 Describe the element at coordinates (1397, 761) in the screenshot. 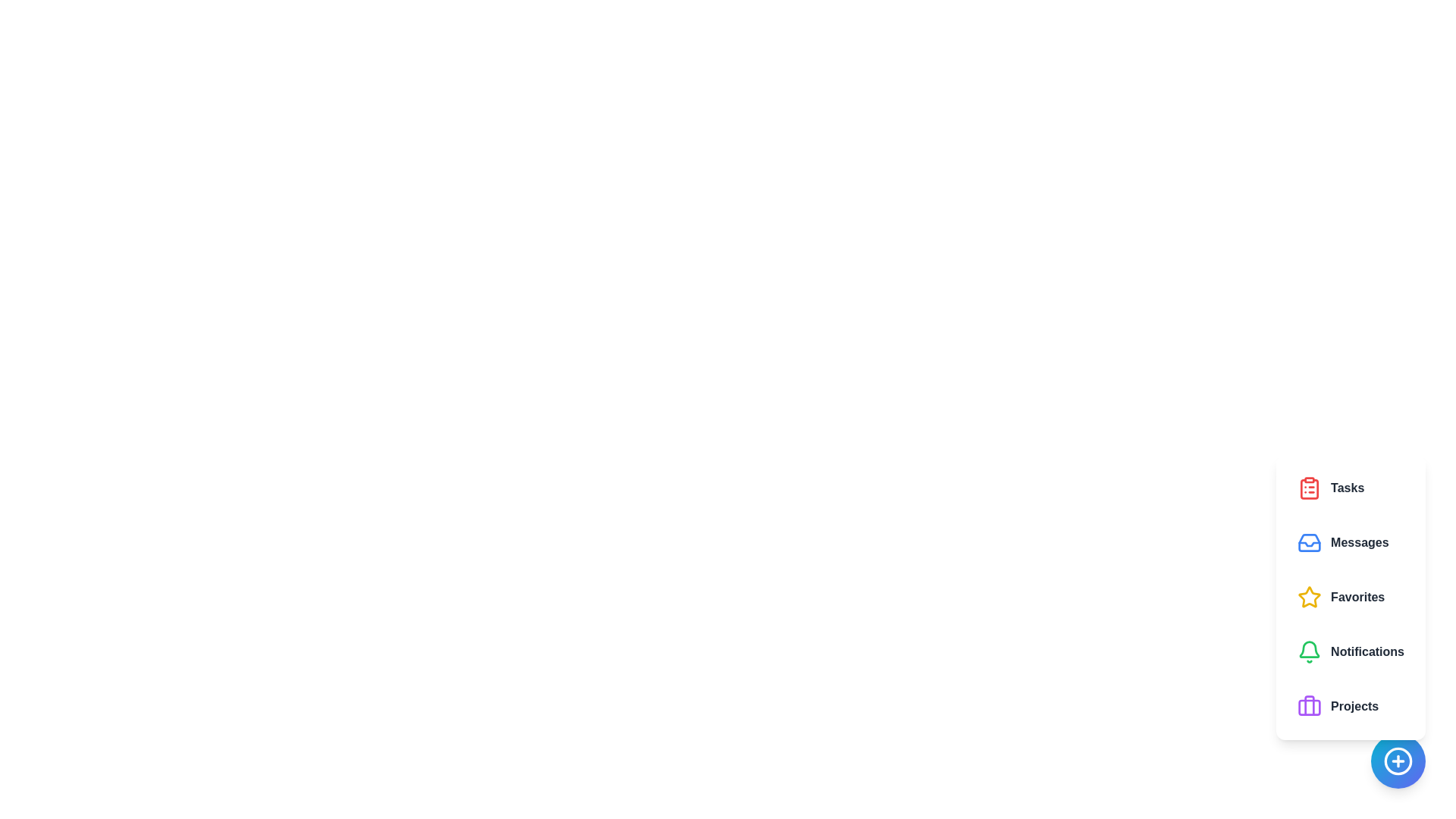

I see `the floating button to toggle the visibility of the speed dial panel` at that location.